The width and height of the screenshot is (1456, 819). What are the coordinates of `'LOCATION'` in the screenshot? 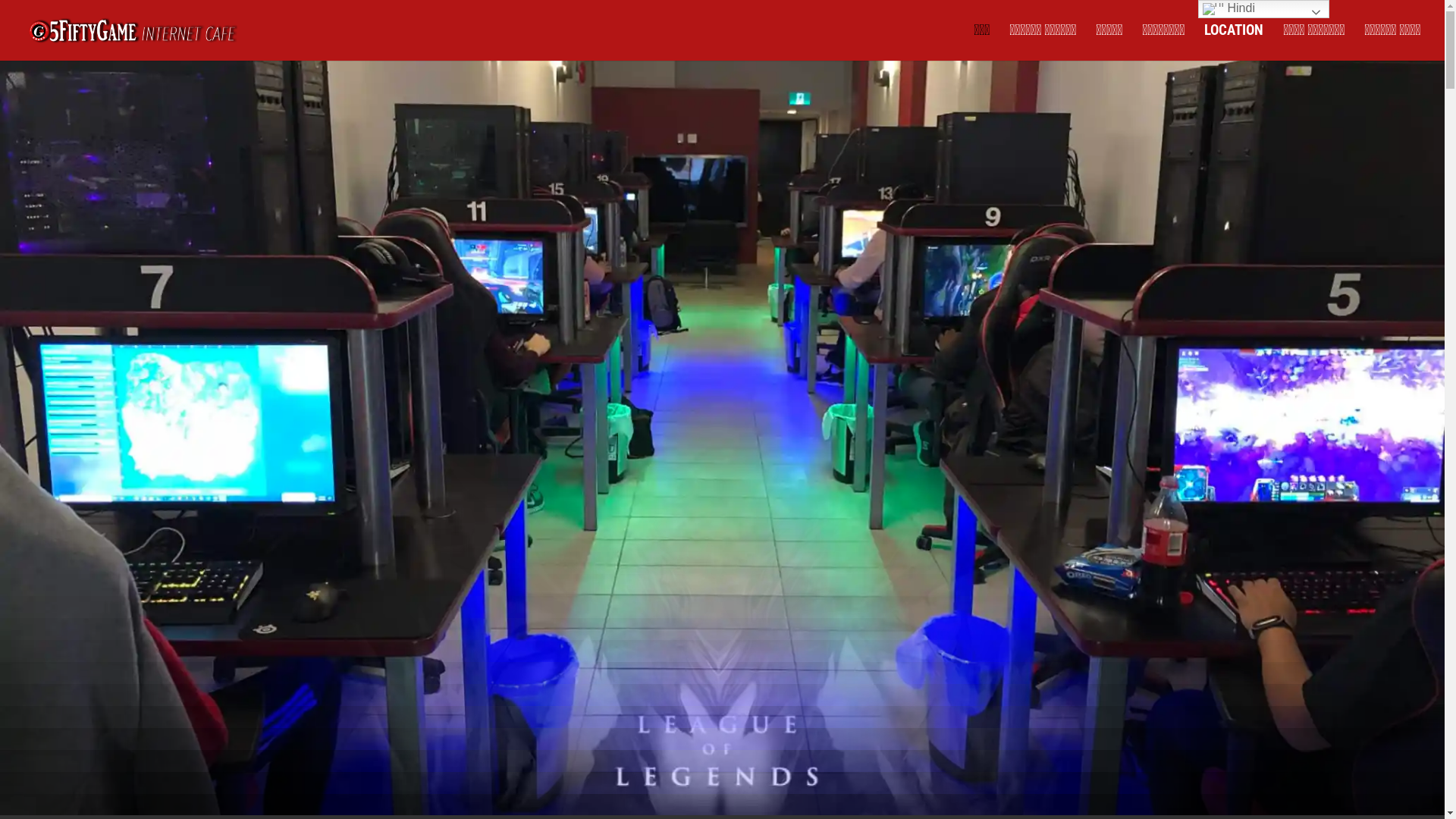 It's located at (1203, 42).